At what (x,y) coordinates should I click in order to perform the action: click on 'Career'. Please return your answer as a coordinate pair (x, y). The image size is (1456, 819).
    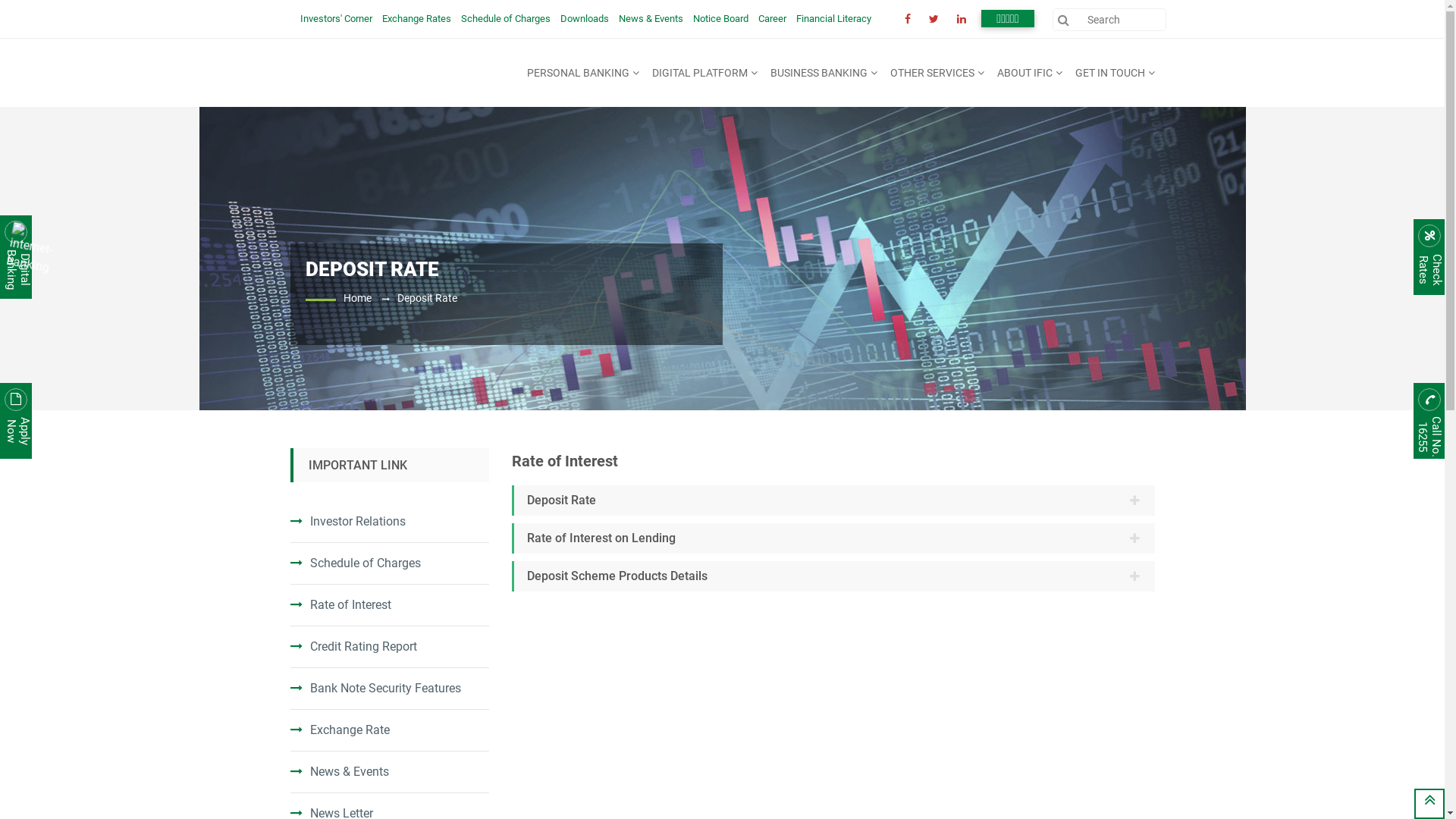
    Looking at the image, I should click on (772, 18).